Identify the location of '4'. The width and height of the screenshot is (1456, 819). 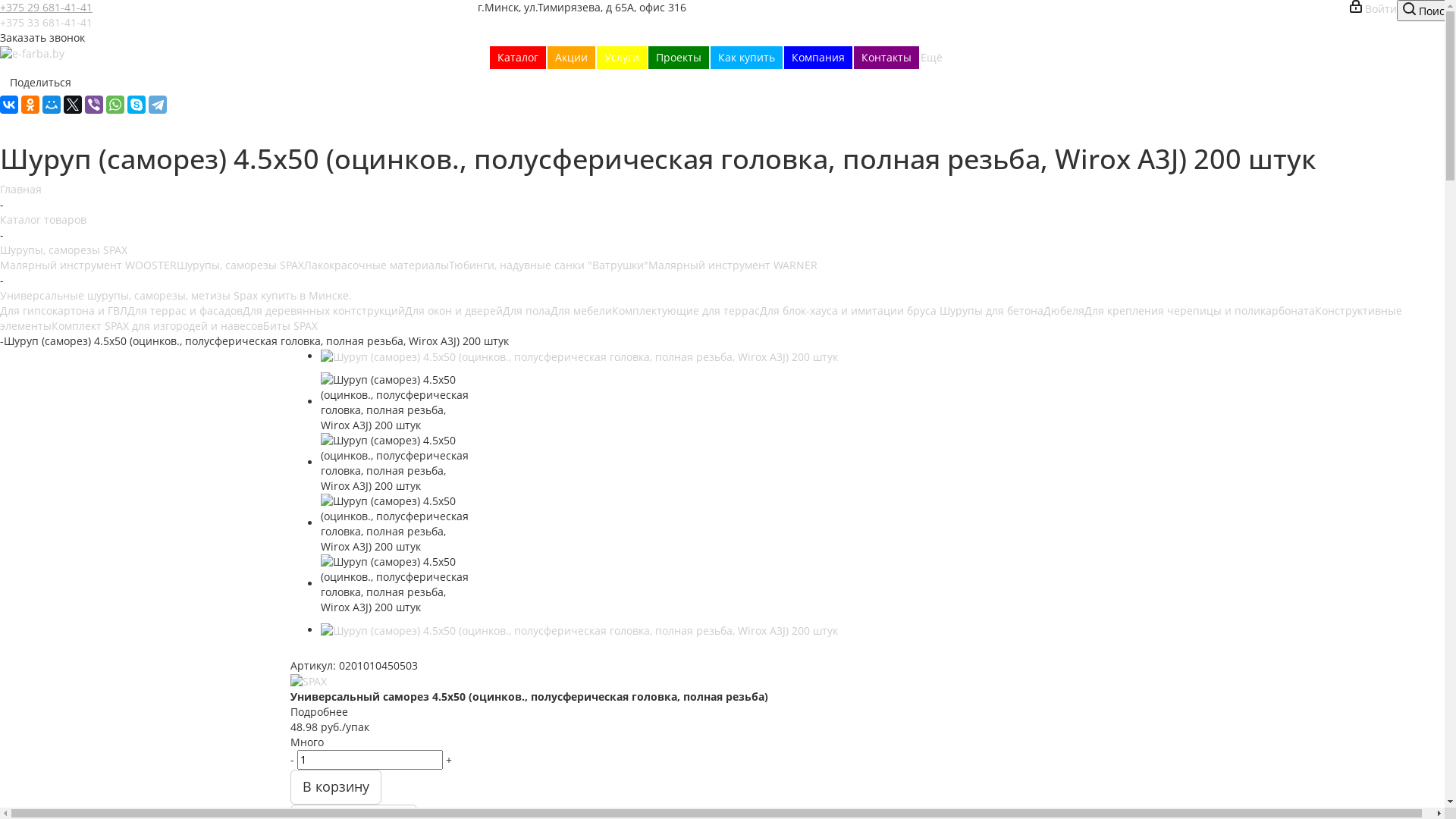
(340, 651).